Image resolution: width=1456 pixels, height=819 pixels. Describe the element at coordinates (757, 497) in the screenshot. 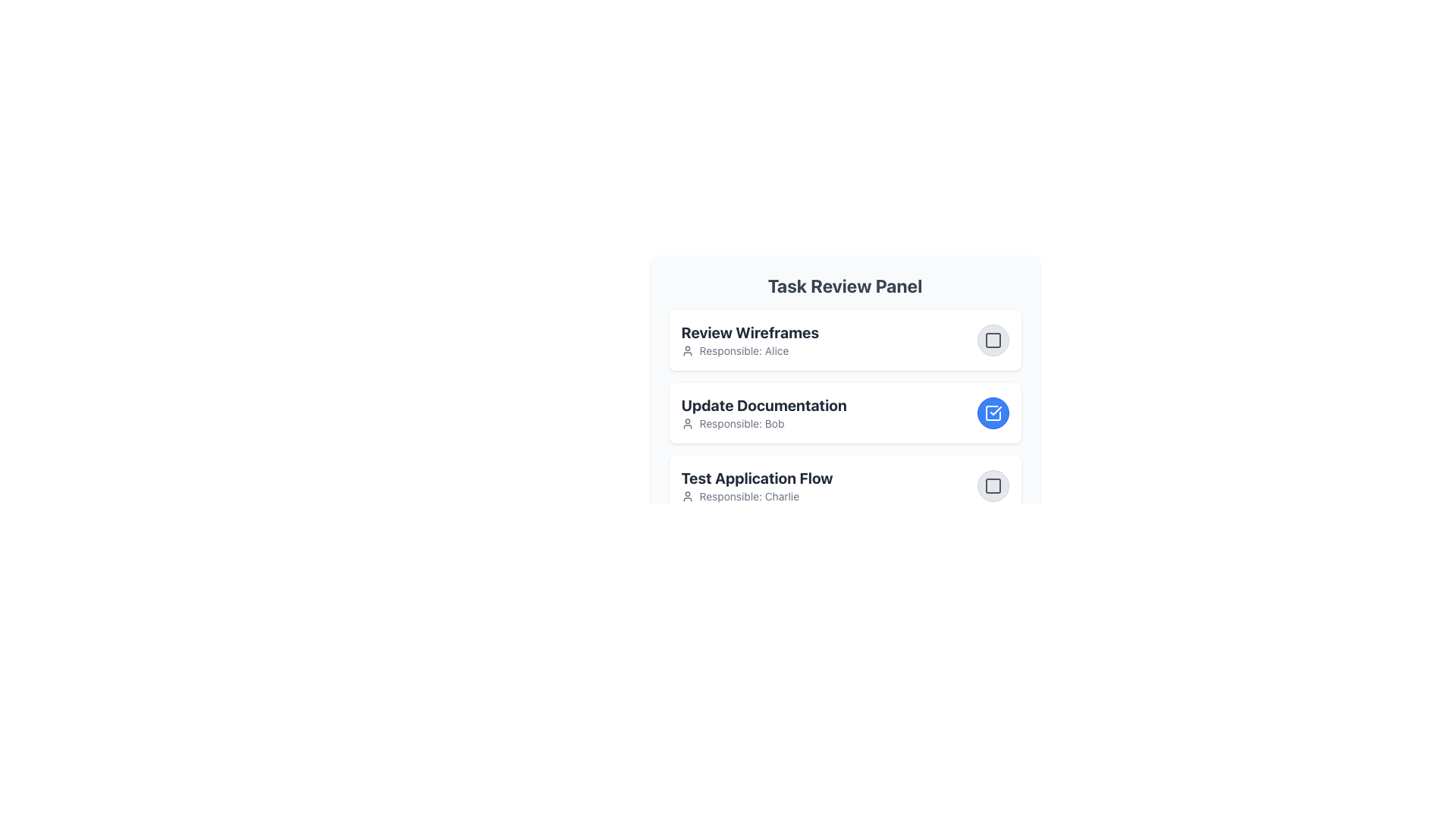

I see `the informational text element identifying the individual responsible for the task, 'Charlie', located under the title 'Test Application Flow' in the third section of the listed tasks` at that location.